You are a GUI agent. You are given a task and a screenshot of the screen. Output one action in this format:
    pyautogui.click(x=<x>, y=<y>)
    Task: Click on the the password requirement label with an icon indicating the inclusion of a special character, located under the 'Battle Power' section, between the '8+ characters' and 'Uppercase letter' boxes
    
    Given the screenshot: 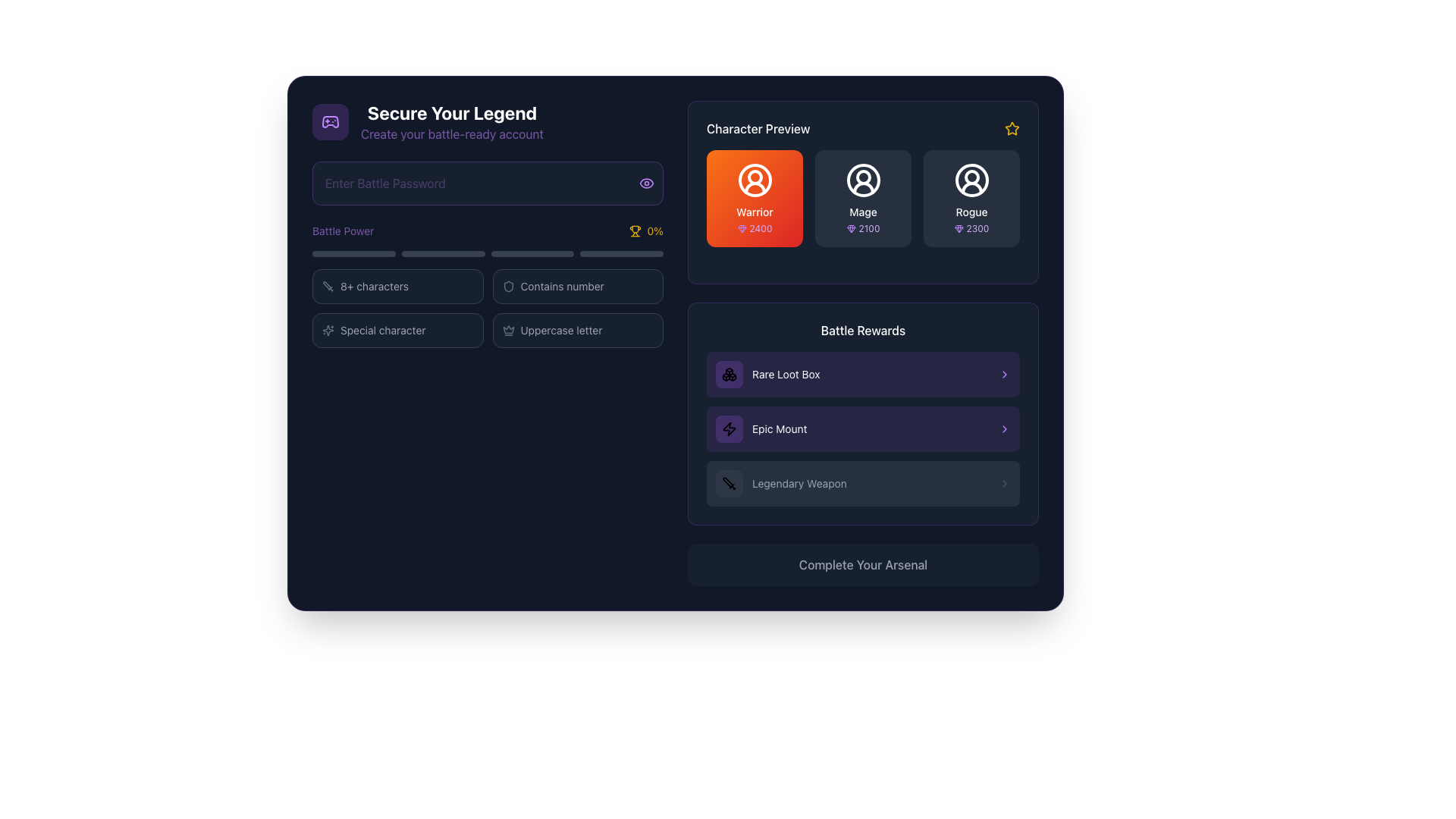 What is the action you would take?
    pyautogui.click(x=397, y=329)
    